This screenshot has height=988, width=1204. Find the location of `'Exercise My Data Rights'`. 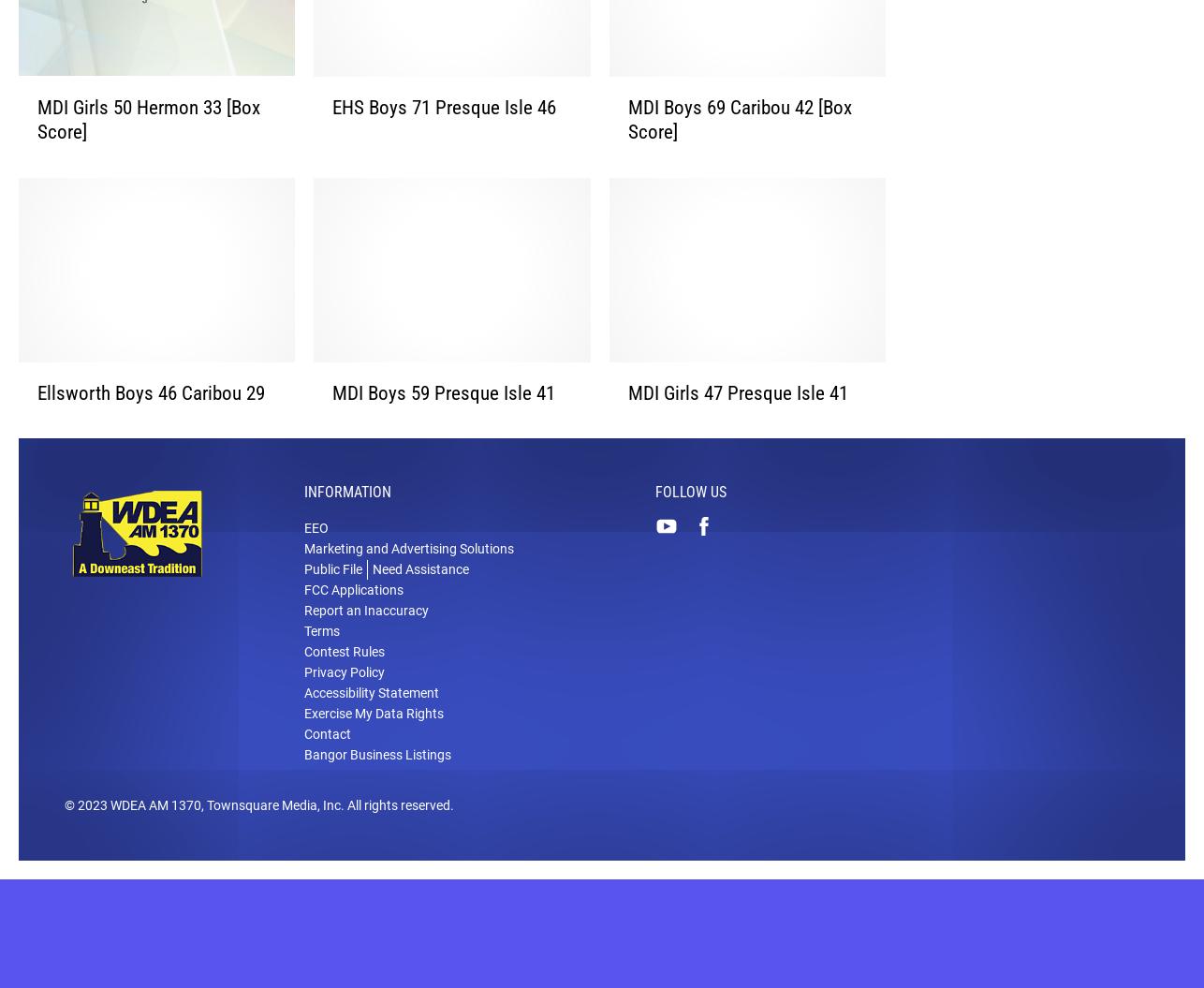

'Exercise My Data Rights' is located at coordinates (373, 742).